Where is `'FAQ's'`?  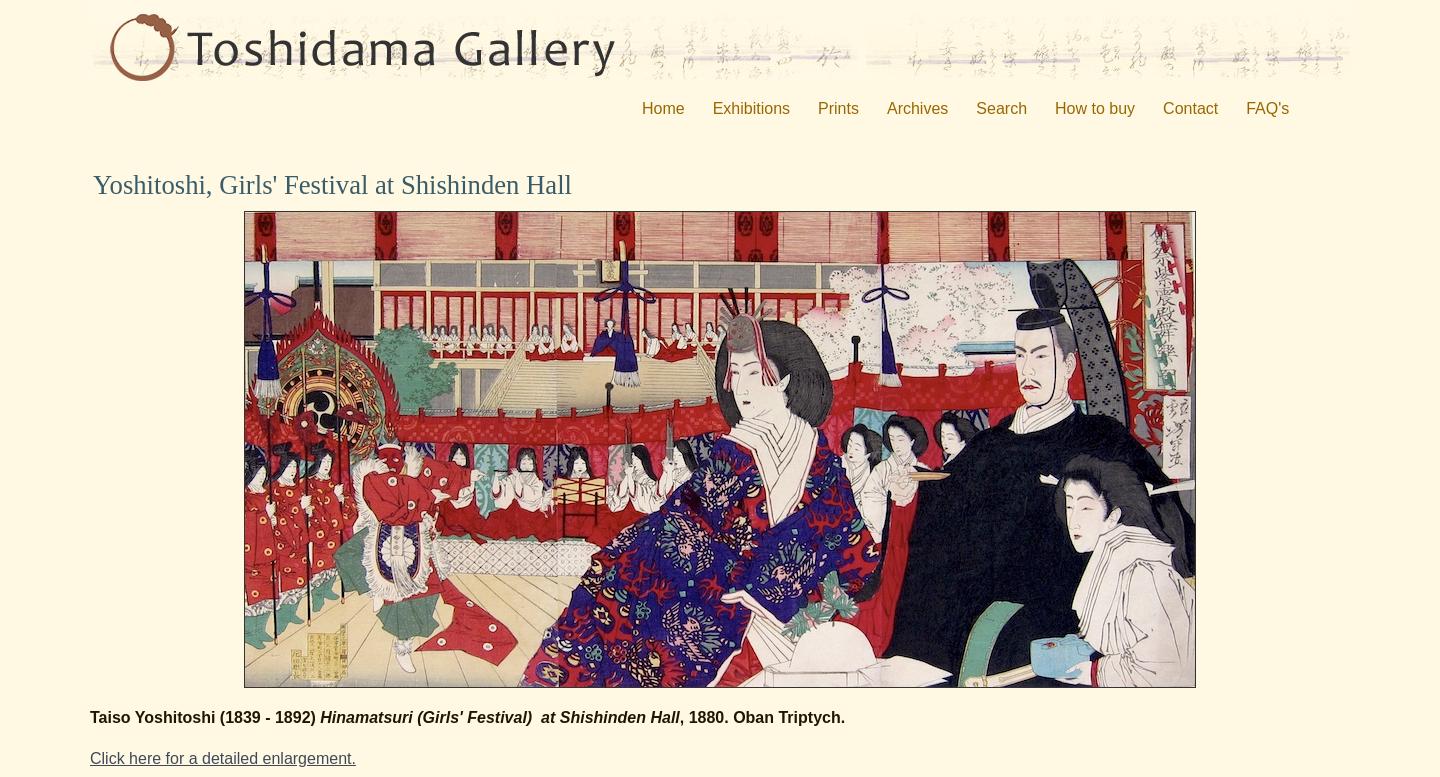
'FAQ's' is located at coordinates (1267, 107).